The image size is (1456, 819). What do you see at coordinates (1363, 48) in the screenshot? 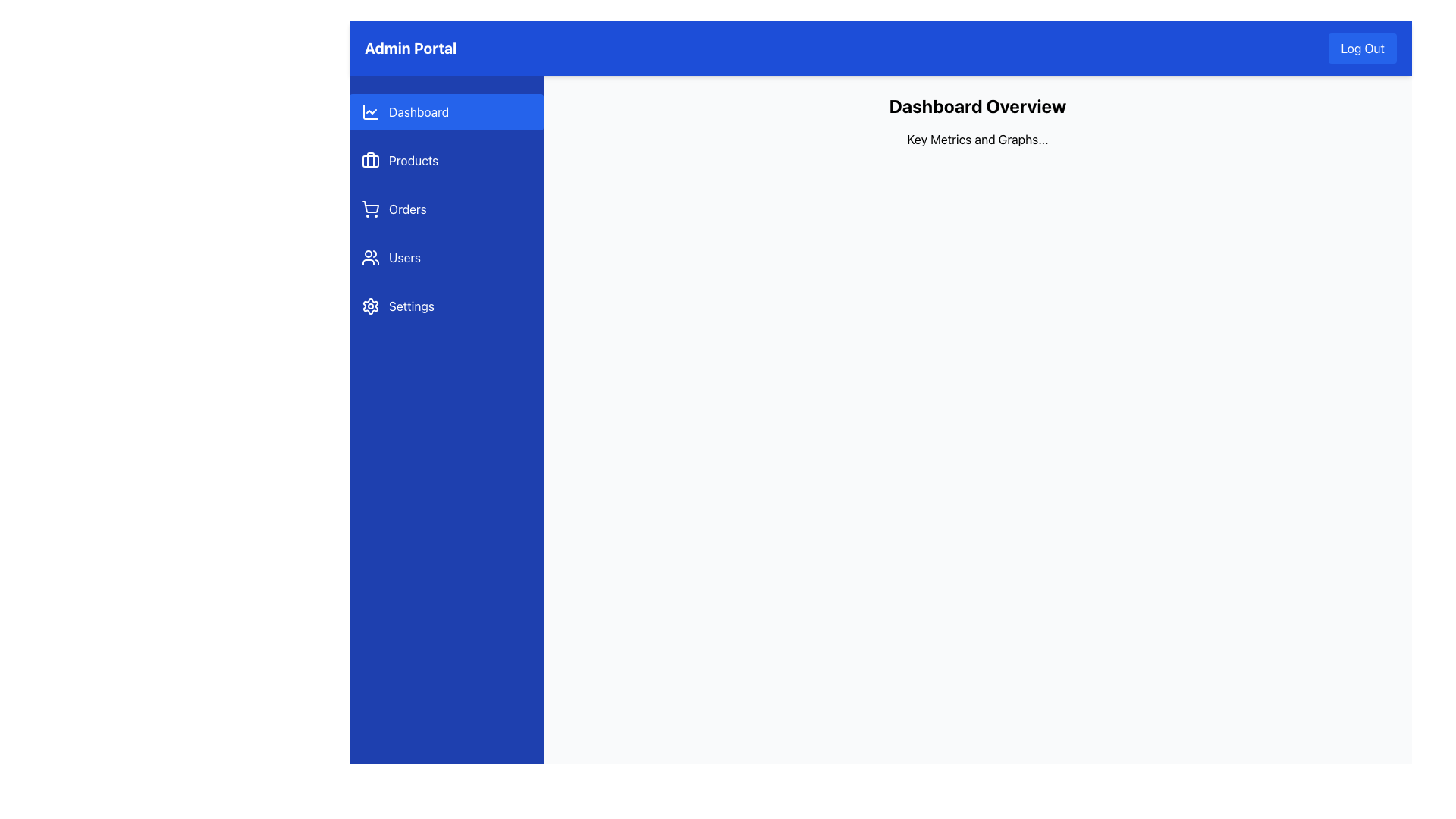
I see `the 'Log Out' button, which is a rectangular blue button with white text located in the top-right corner of the blue header bar` at bounding box center [1363, 48].